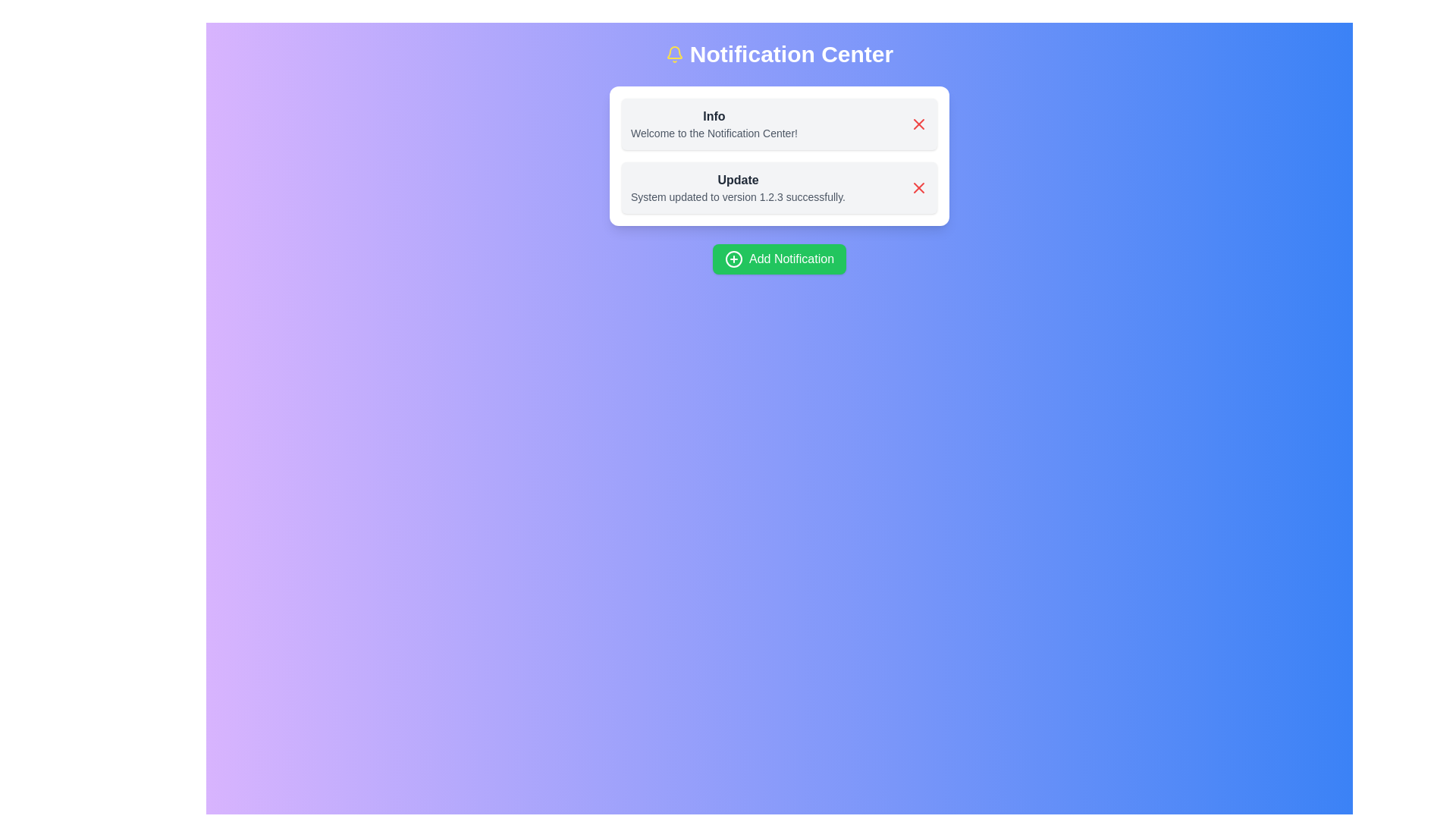 This screenshot has width=1456, height=819. What do you see at coordinates (738, 196) in the screenshot?
I see `the text element that reads 'System updated to version 1.2.3 successfully.' which is styled in a smaller font size and light gray color, located beneath the heading 'Update'` at bounding box center [738, 196].